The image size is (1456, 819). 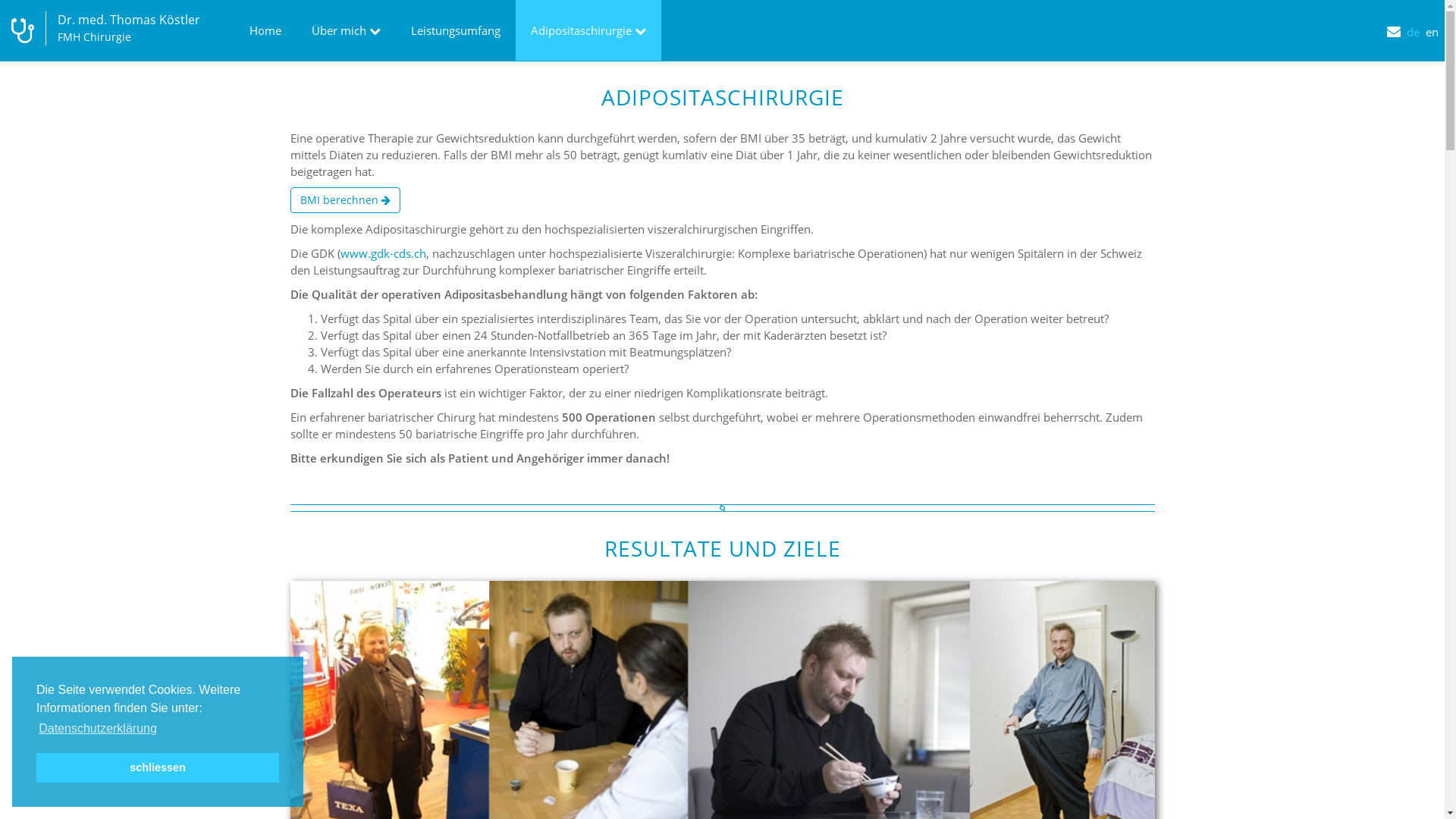 What do you see at coordinates (1415, 20) in the screenshot?
I see `'de'` at bounding box center [1415, 20].